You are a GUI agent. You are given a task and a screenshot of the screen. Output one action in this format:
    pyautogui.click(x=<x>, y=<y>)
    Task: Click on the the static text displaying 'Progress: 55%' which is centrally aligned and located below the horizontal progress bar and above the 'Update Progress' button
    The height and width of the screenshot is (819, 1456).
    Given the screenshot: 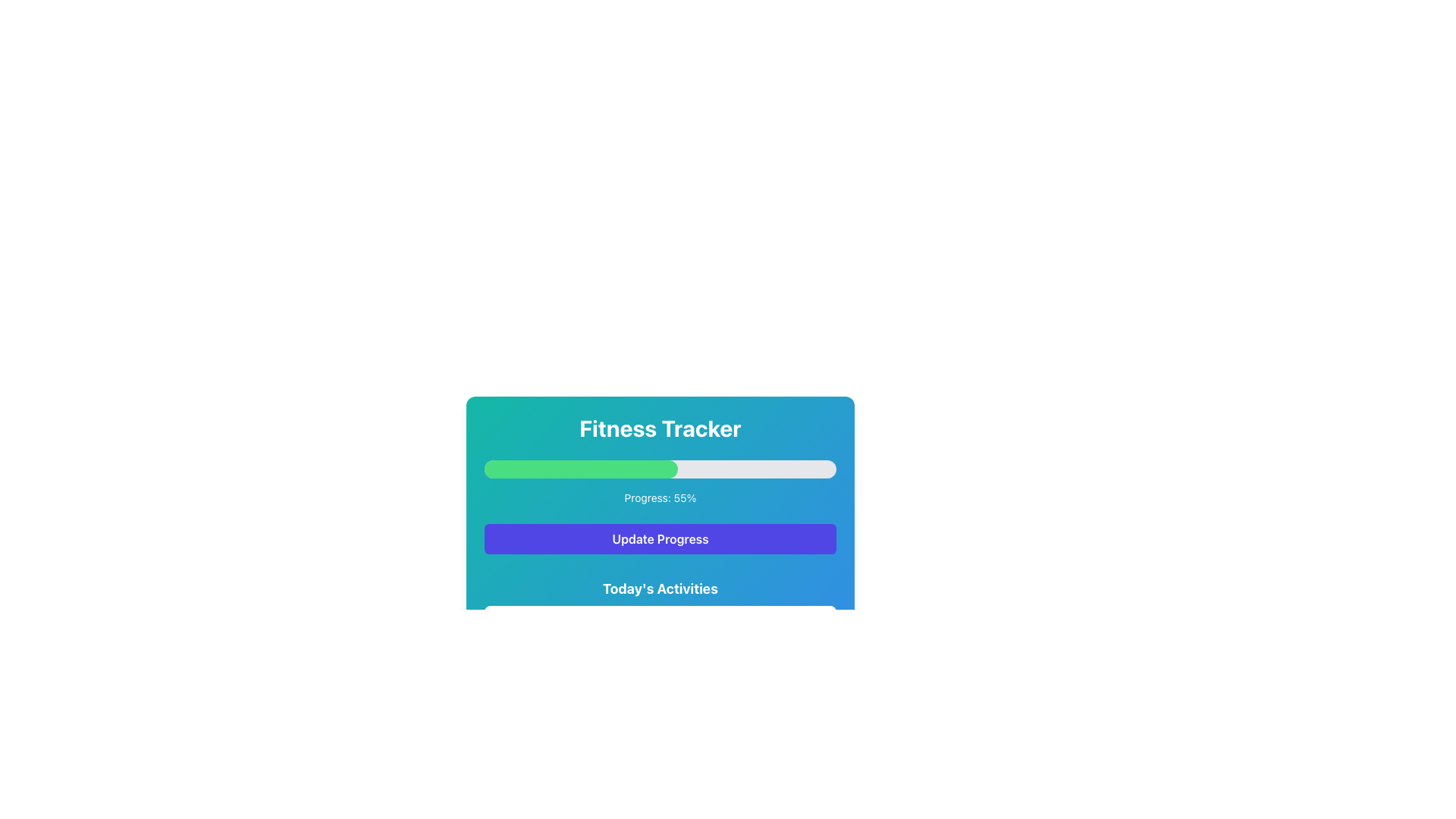 What is the action you would take?
    pyautogui.click(x=660, y=497)
    